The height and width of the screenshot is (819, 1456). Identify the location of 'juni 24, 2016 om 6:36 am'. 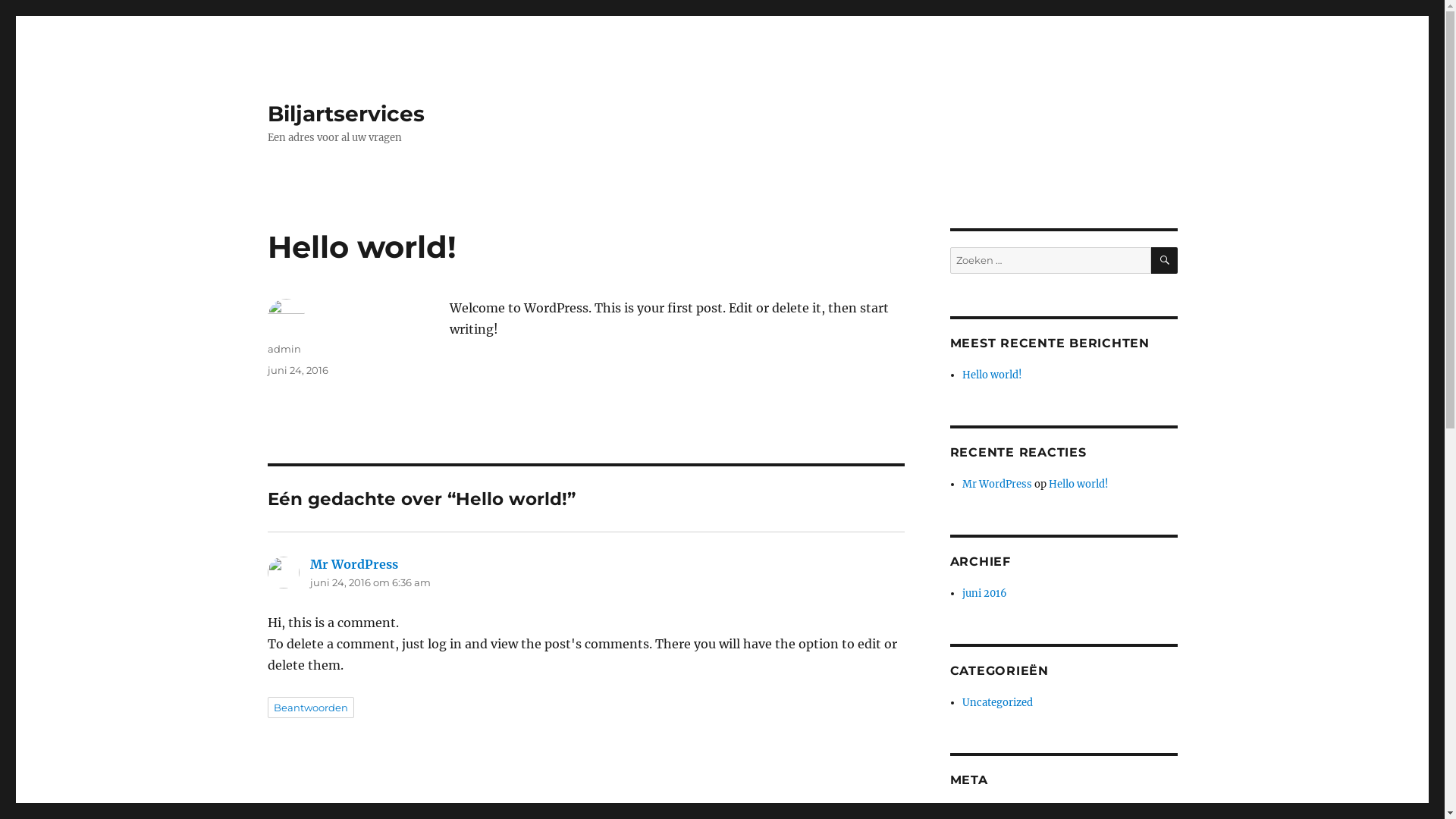
(369, 581).